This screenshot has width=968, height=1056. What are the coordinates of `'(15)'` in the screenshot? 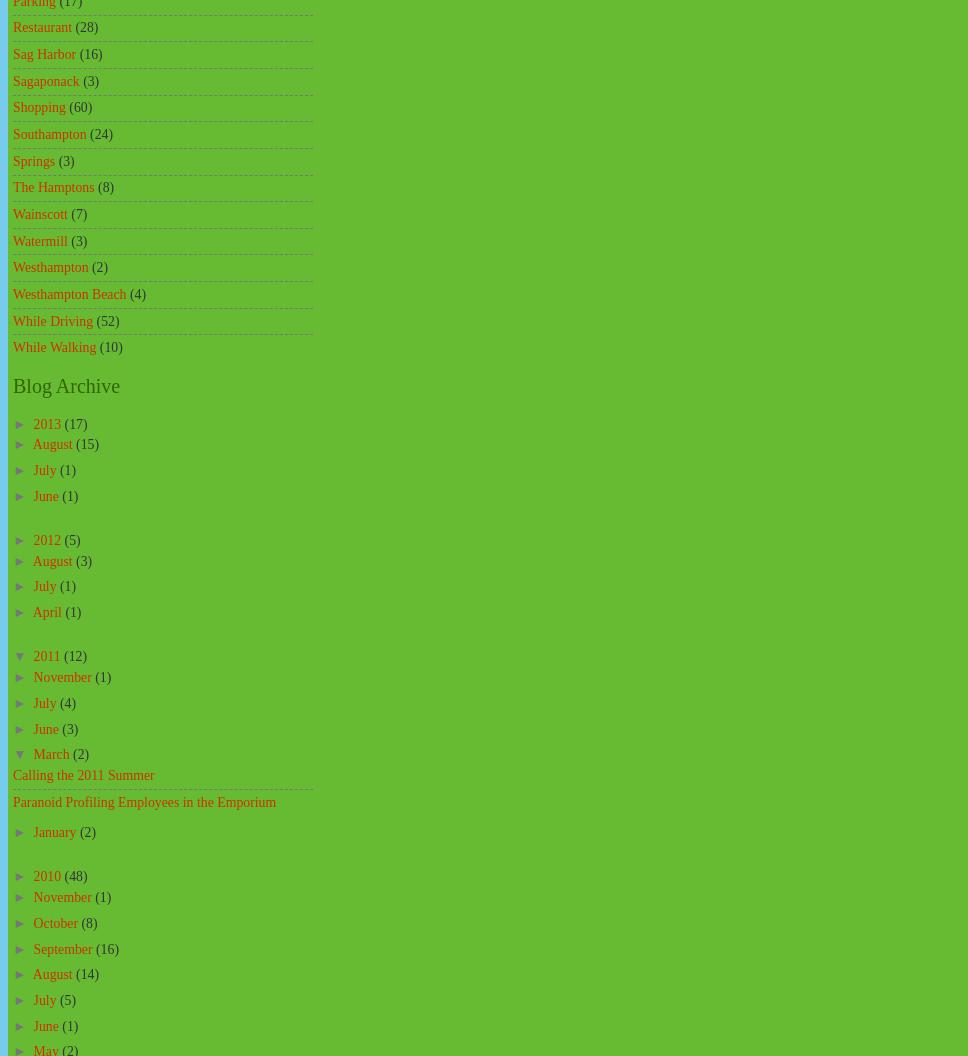 It's located at (87, 444).